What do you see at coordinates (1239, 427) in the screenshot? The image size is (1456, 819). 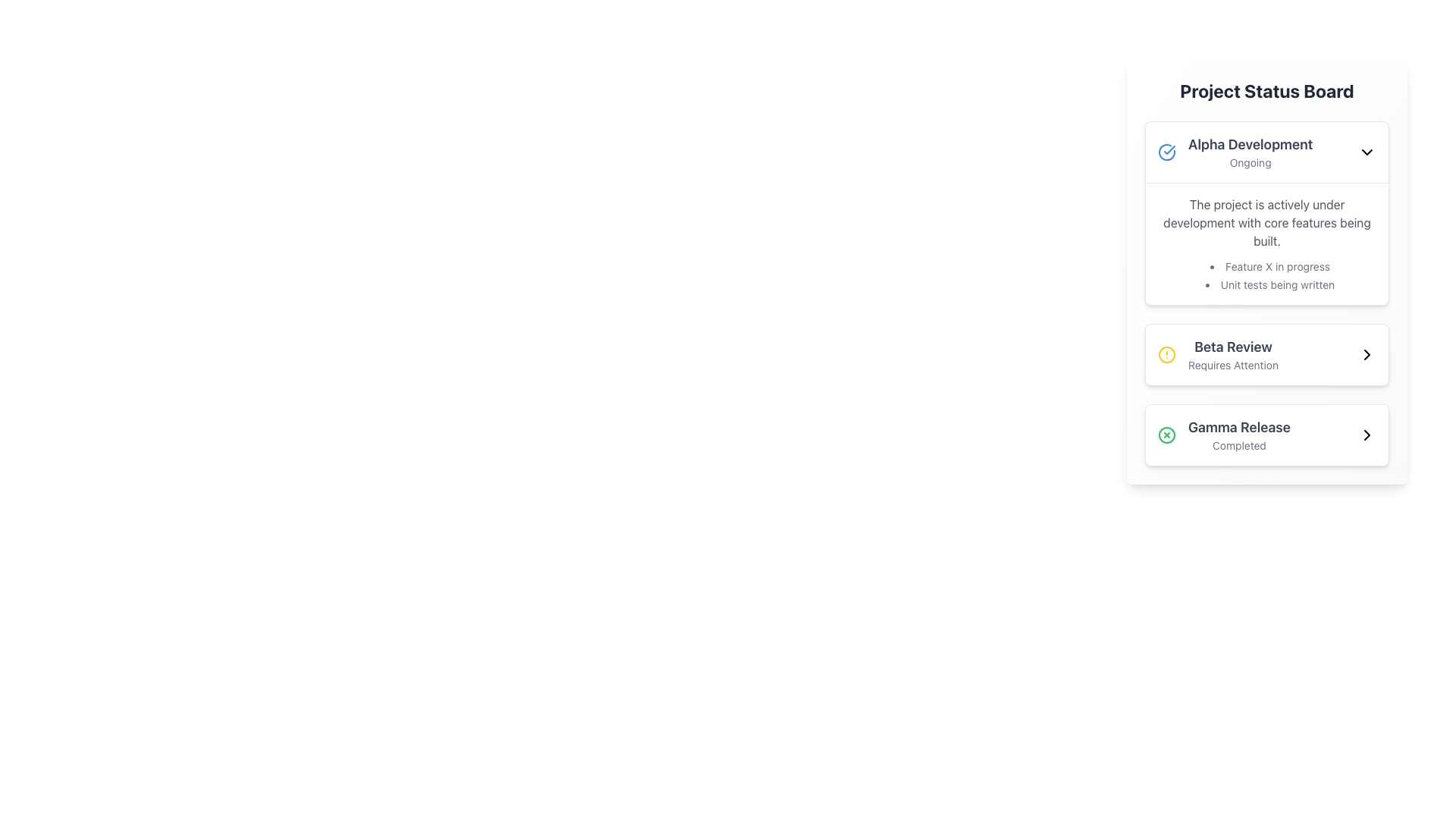 I see `the Text Label indicating the 'Gamma Release' section, which is located in the third card of the 'Project Status Board' interface at the top of the card, aligned horizontally with the indicator icon` at bounding box center [1239, 427].